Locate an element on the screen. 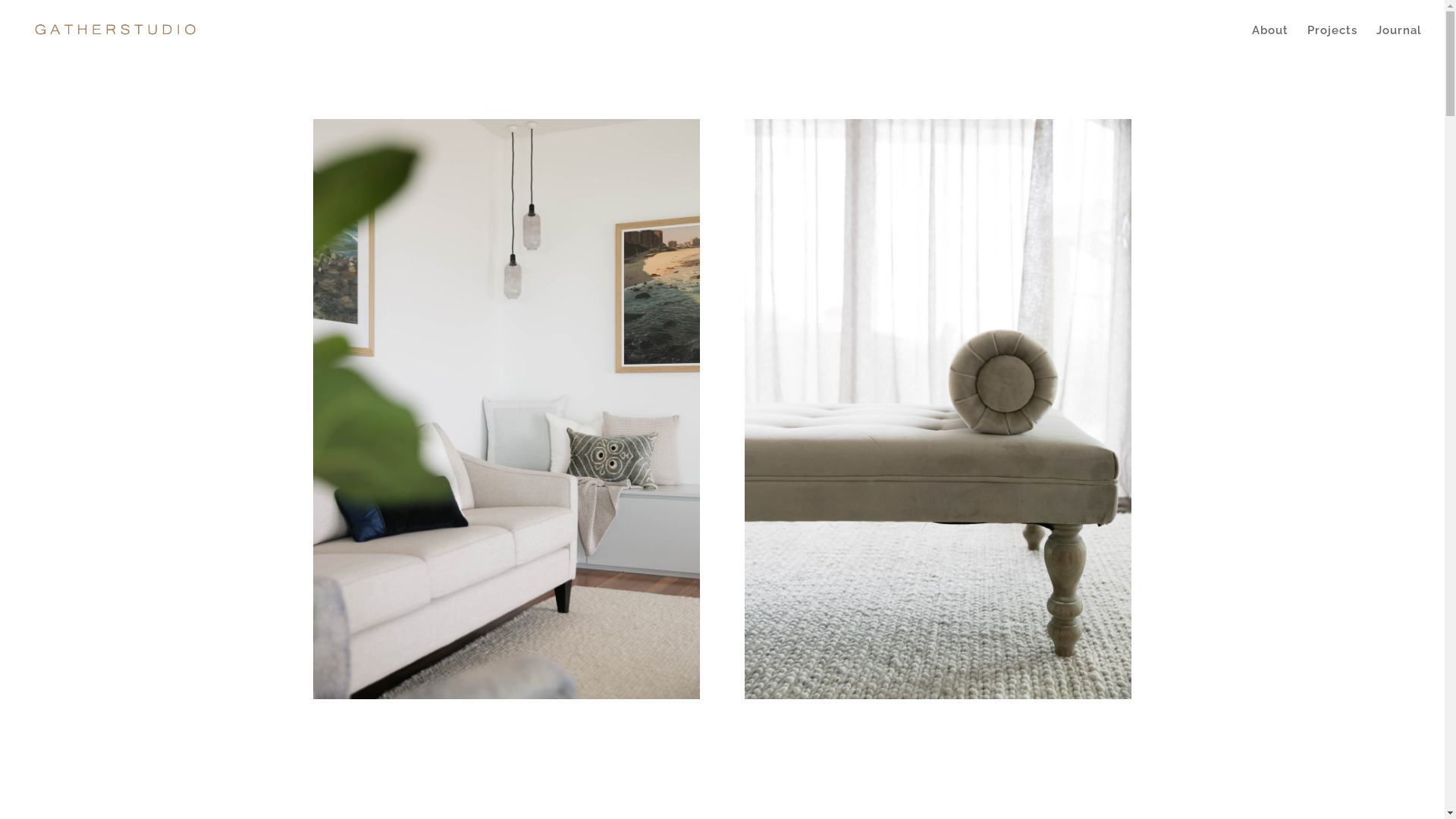 The image size is (1456, 819). 'About' is located at coordinates (1252, 42).